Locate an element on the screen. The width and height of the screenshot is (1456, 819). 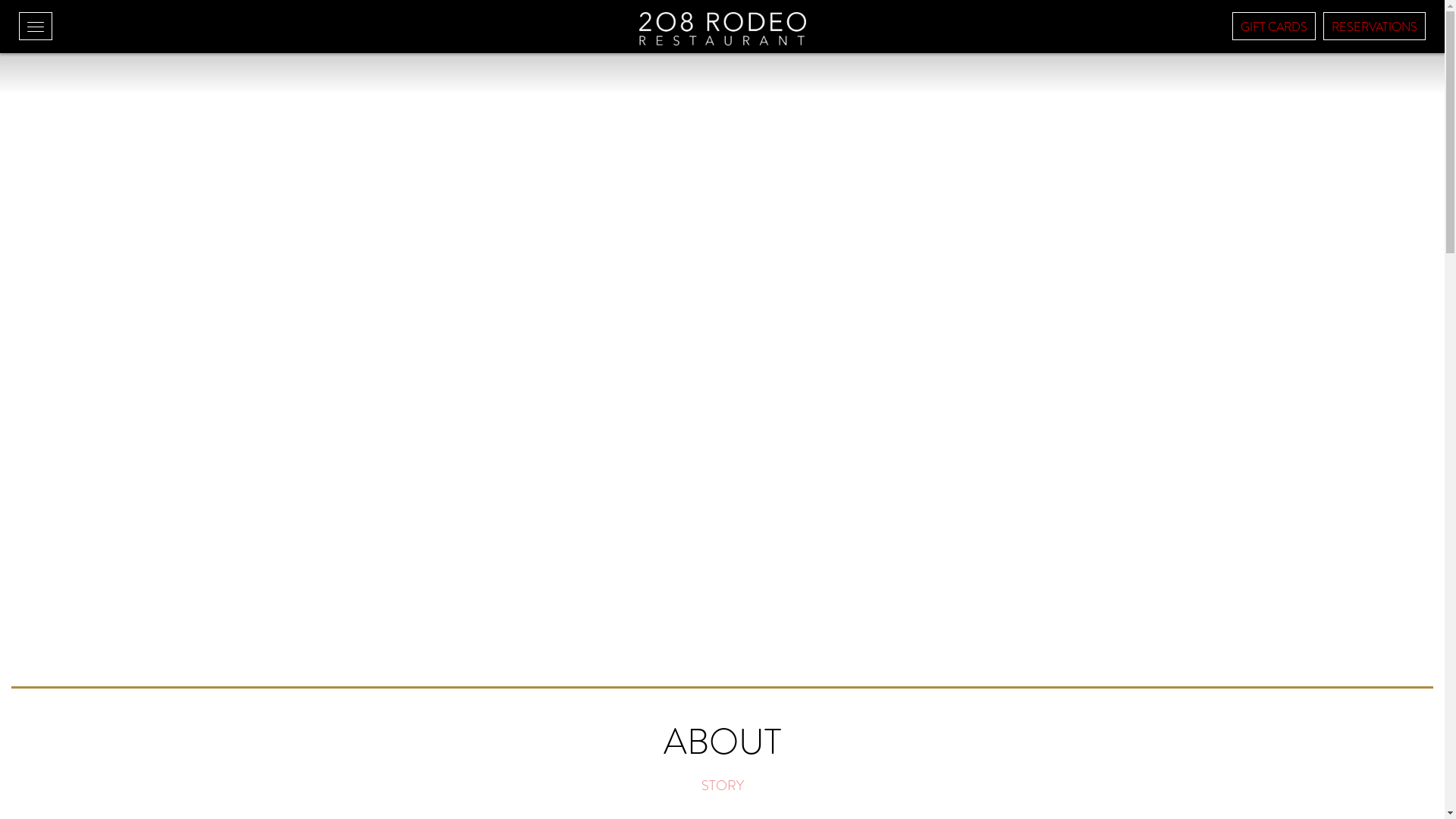
'STORY' is located at coordinates (720, 785).